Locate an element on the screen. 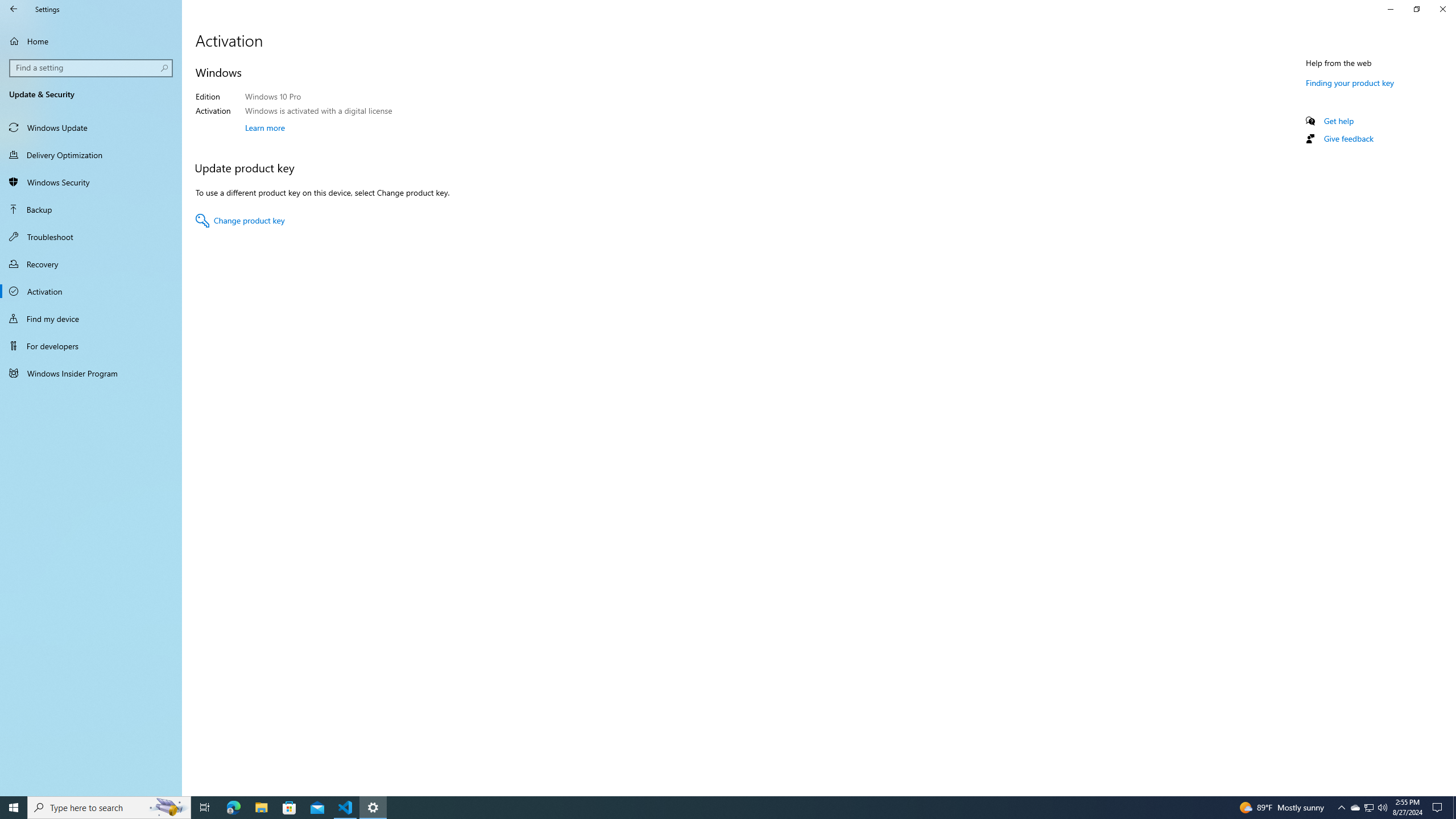 The height and width of the screenshot is (819, 1456). 'Settings - 1 running window' is located at coordinates (373, 806).